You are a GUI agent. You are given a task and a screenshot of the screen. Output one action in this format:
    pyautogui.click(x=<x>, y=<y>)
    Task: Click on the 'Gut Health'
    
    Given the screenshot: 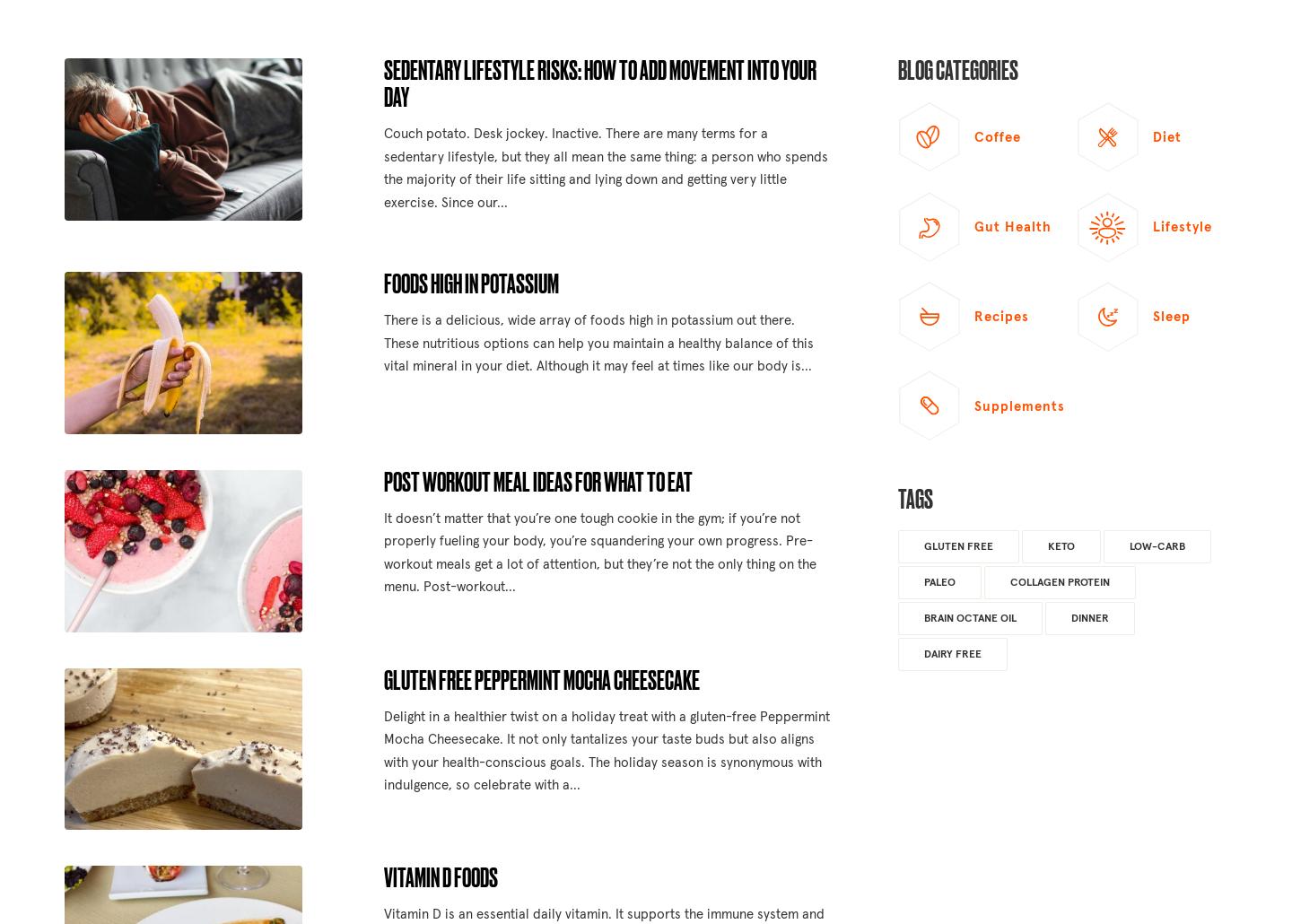 What is the action you would take?
    pyautogui.click(x=1011, y=227)
    